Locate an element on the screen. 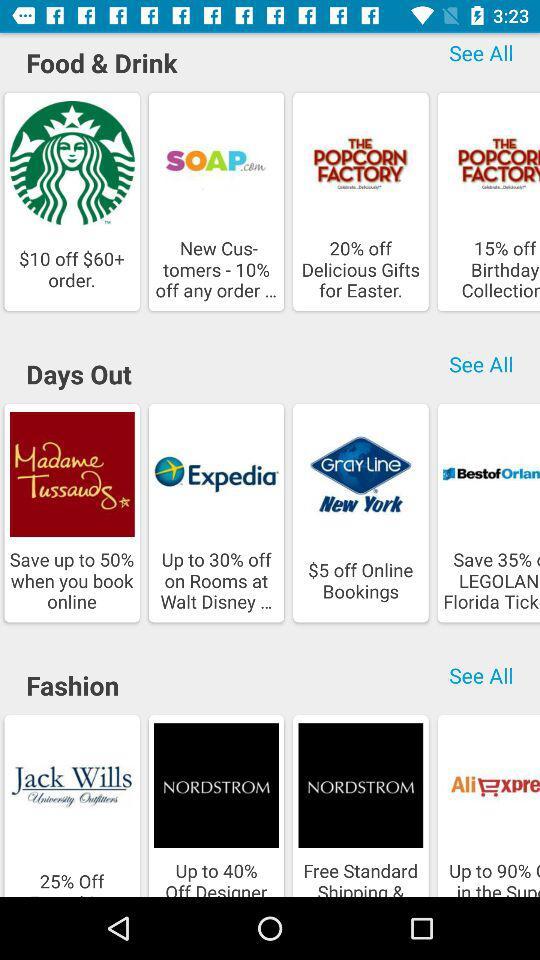  second image under food  drink is located at coordinates (215, 201).